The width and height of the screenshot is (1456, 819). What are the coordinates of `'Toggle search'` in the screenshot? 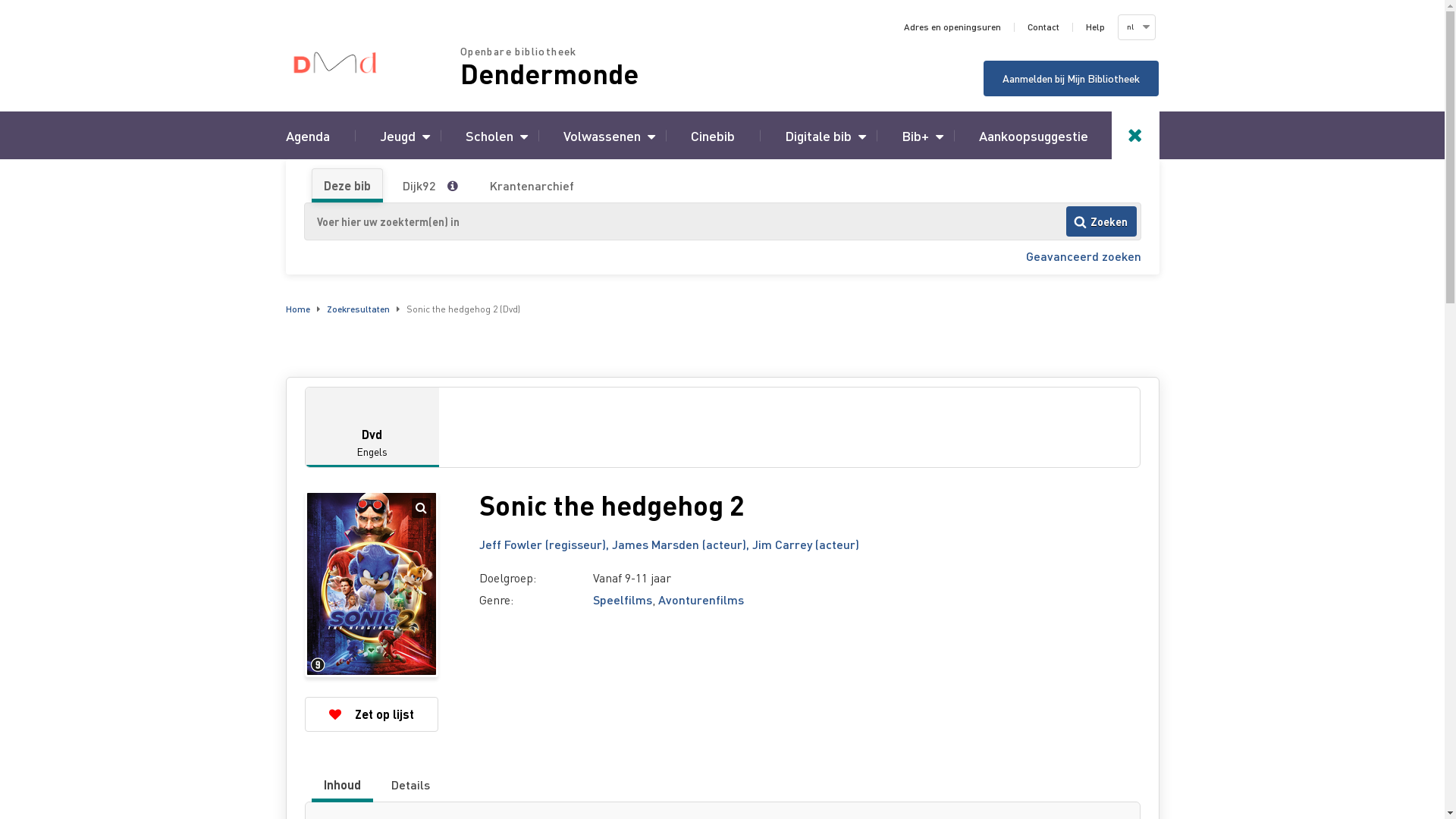 It's located at (1135, 134).